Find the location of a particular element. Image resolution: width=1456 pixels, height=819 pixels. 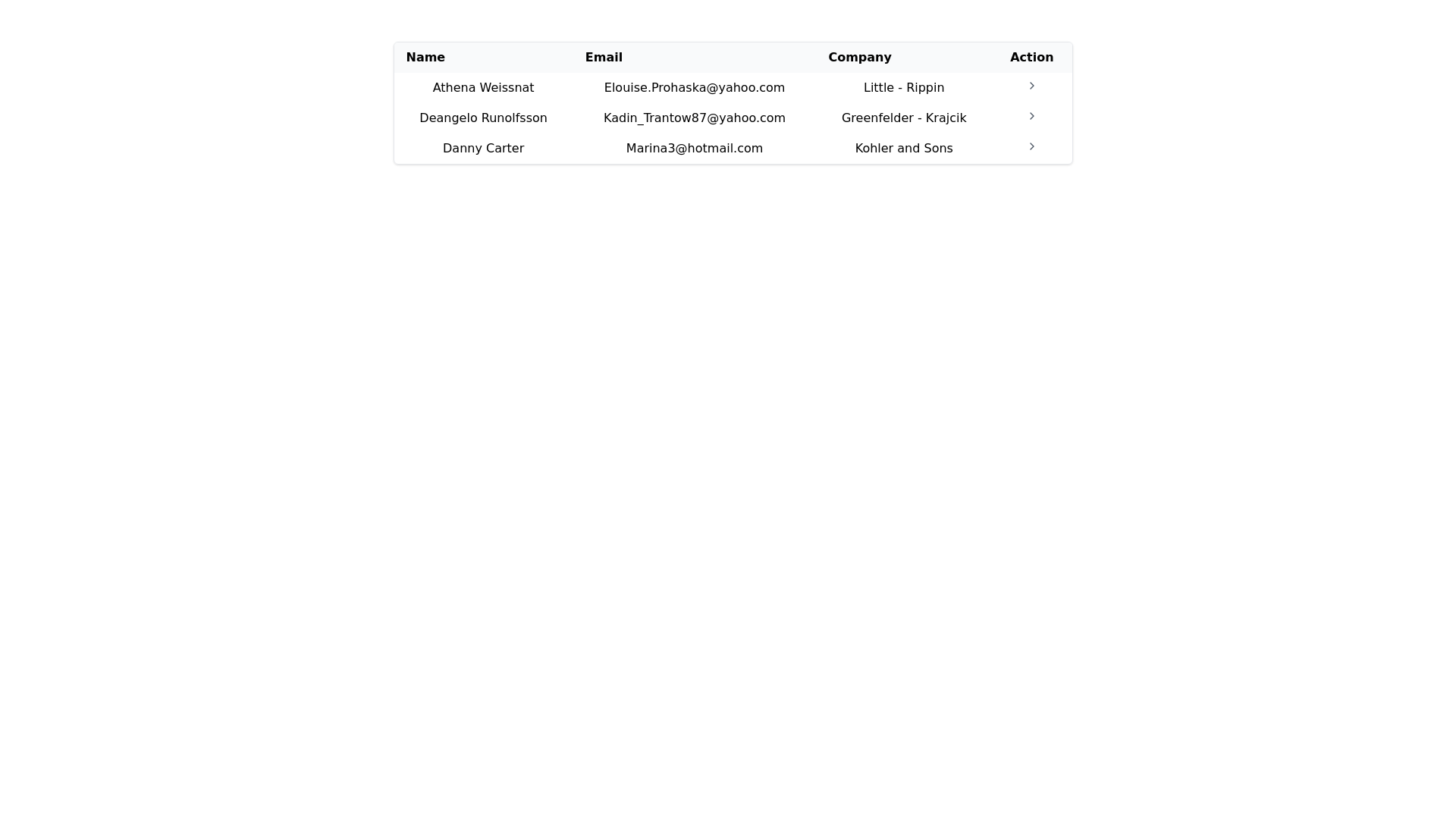

displayed text 'Danny Carter' from the first cell under the 'Name' column in the third row of the table is located at coordinates (482, 149).